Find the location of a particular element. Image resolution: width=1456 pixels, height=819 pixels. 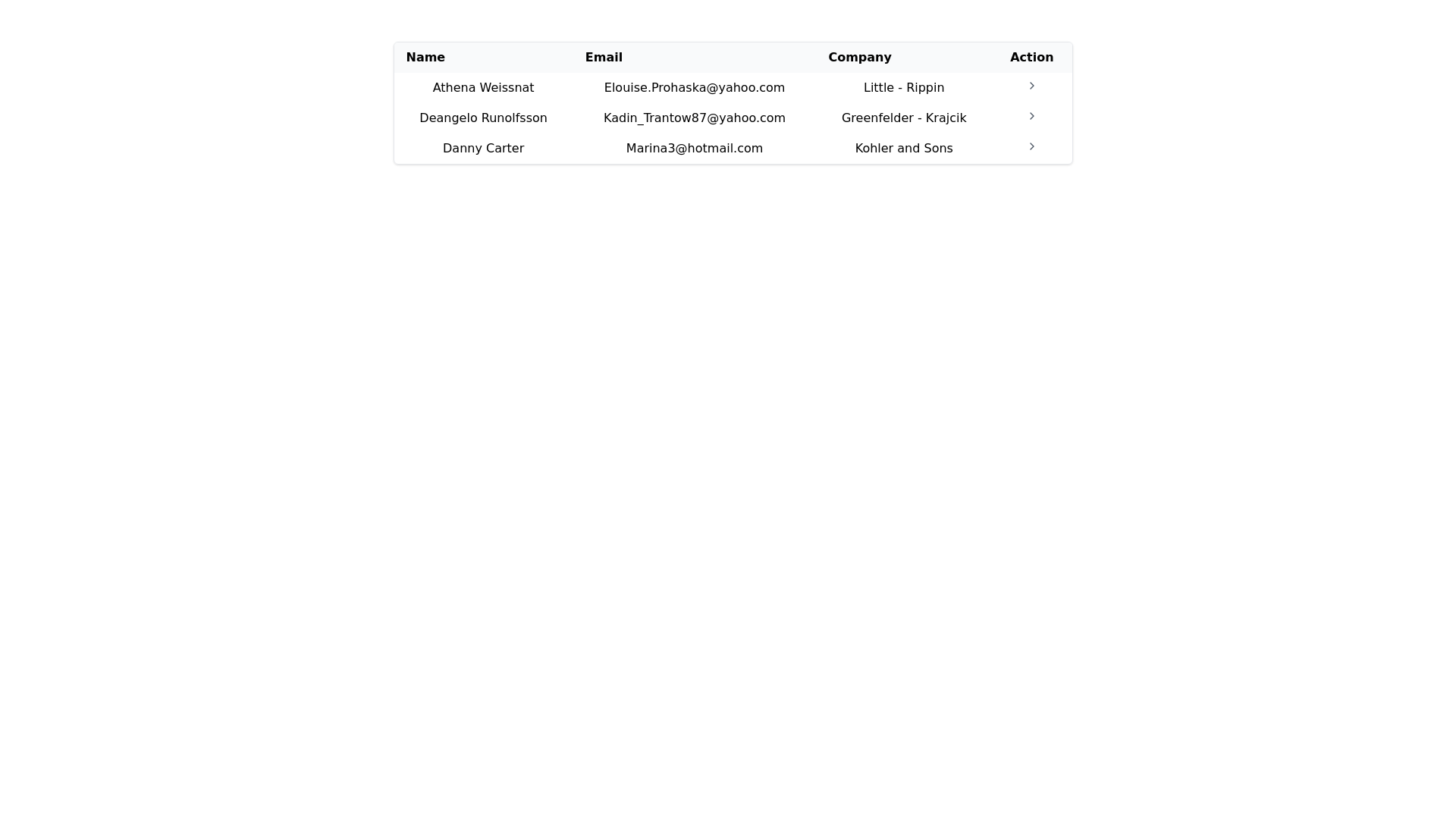

displayed text 'Danny Carter' from the first cell under the 'Name' column in the third row of the table is located at coordinates (482, 149).